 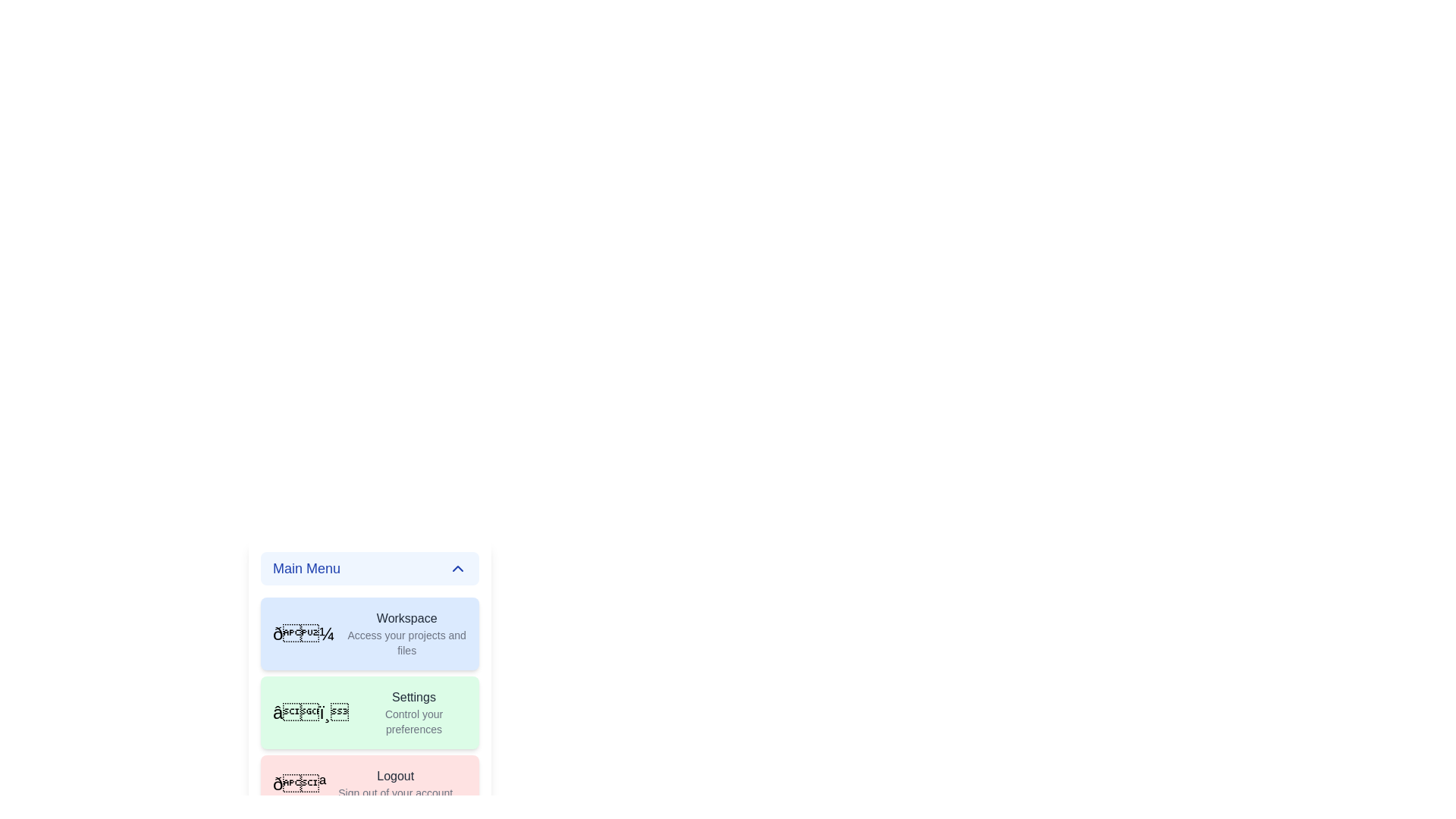 I want to click on the 'Logout' icon located at the bottom section of the menu, so click(x=300, y=783).